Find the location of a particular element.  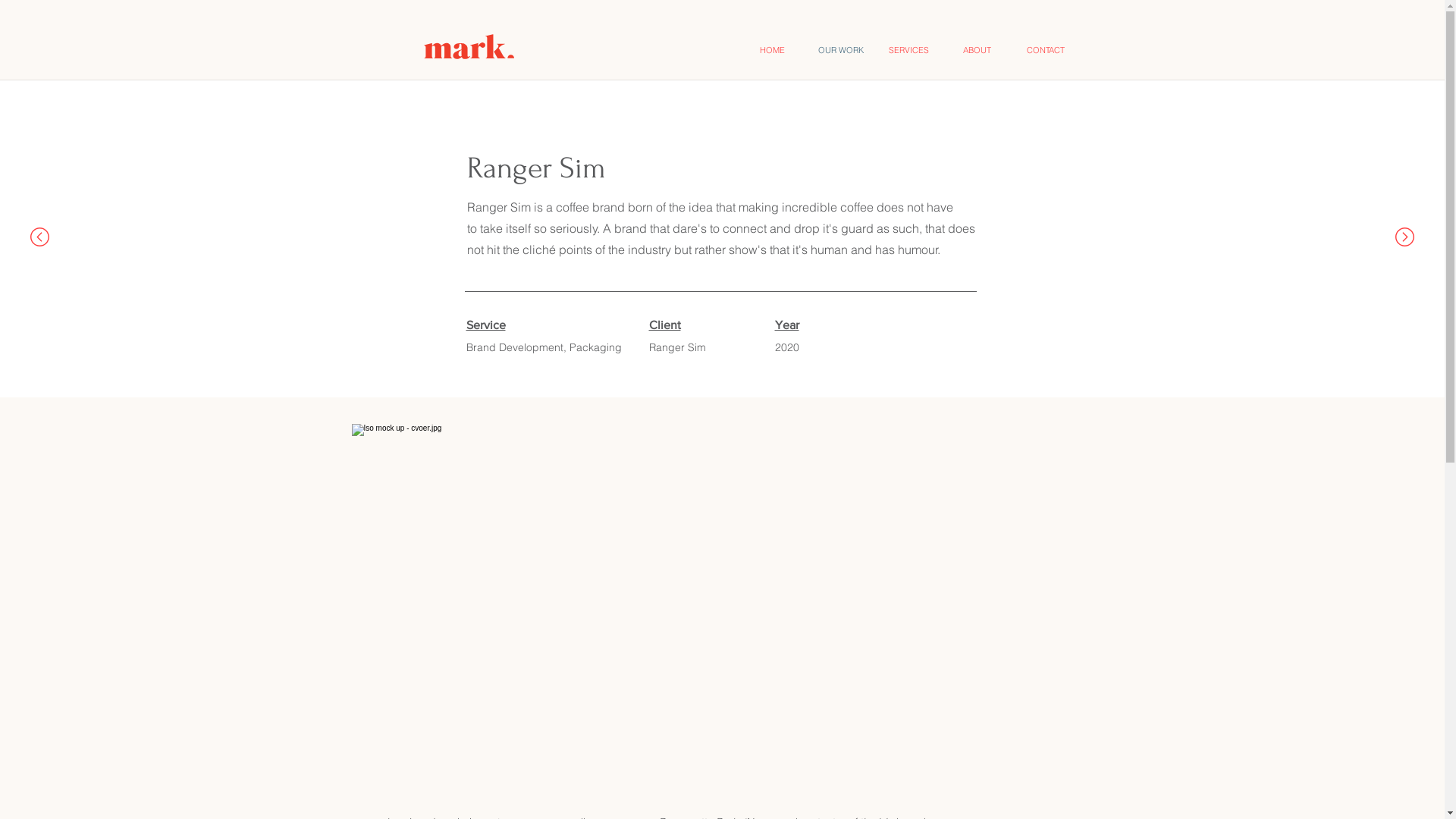

'OUR WORK' is located at coordinates (806, 49).